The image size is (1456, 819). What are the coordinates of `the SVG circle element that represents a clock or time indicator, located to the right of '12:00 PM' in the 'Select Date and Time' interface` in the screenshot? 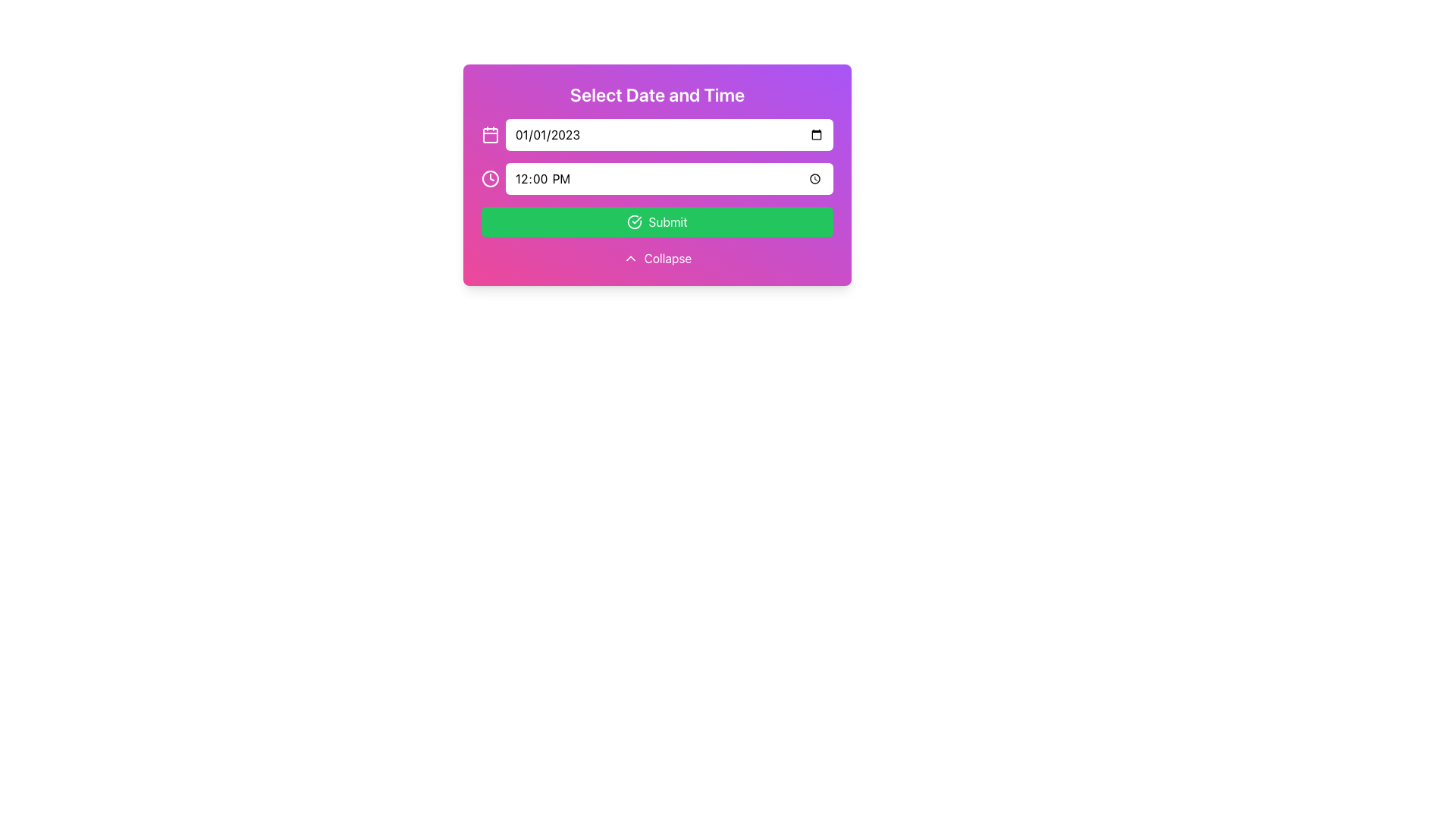 It's located at (491, 177).